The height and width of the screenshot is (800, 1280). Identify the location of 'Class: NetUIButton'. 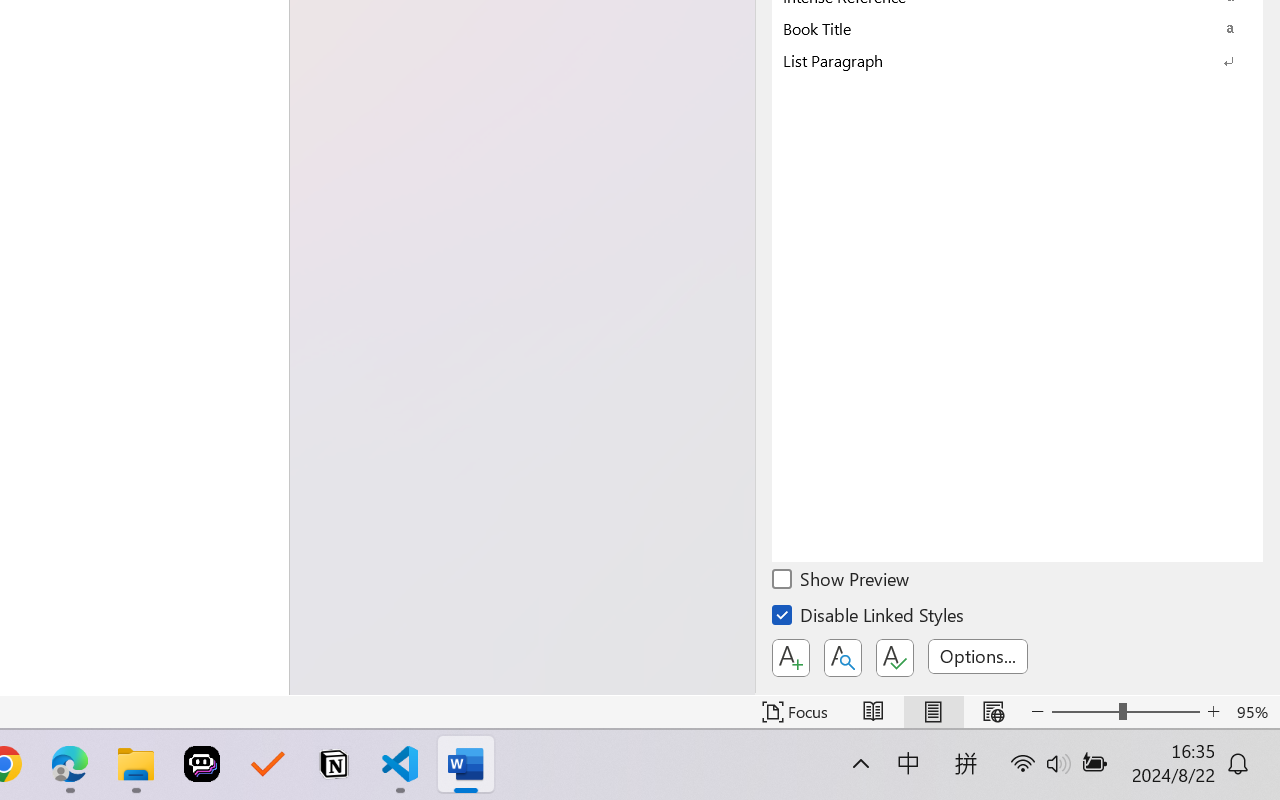
(893, 657).